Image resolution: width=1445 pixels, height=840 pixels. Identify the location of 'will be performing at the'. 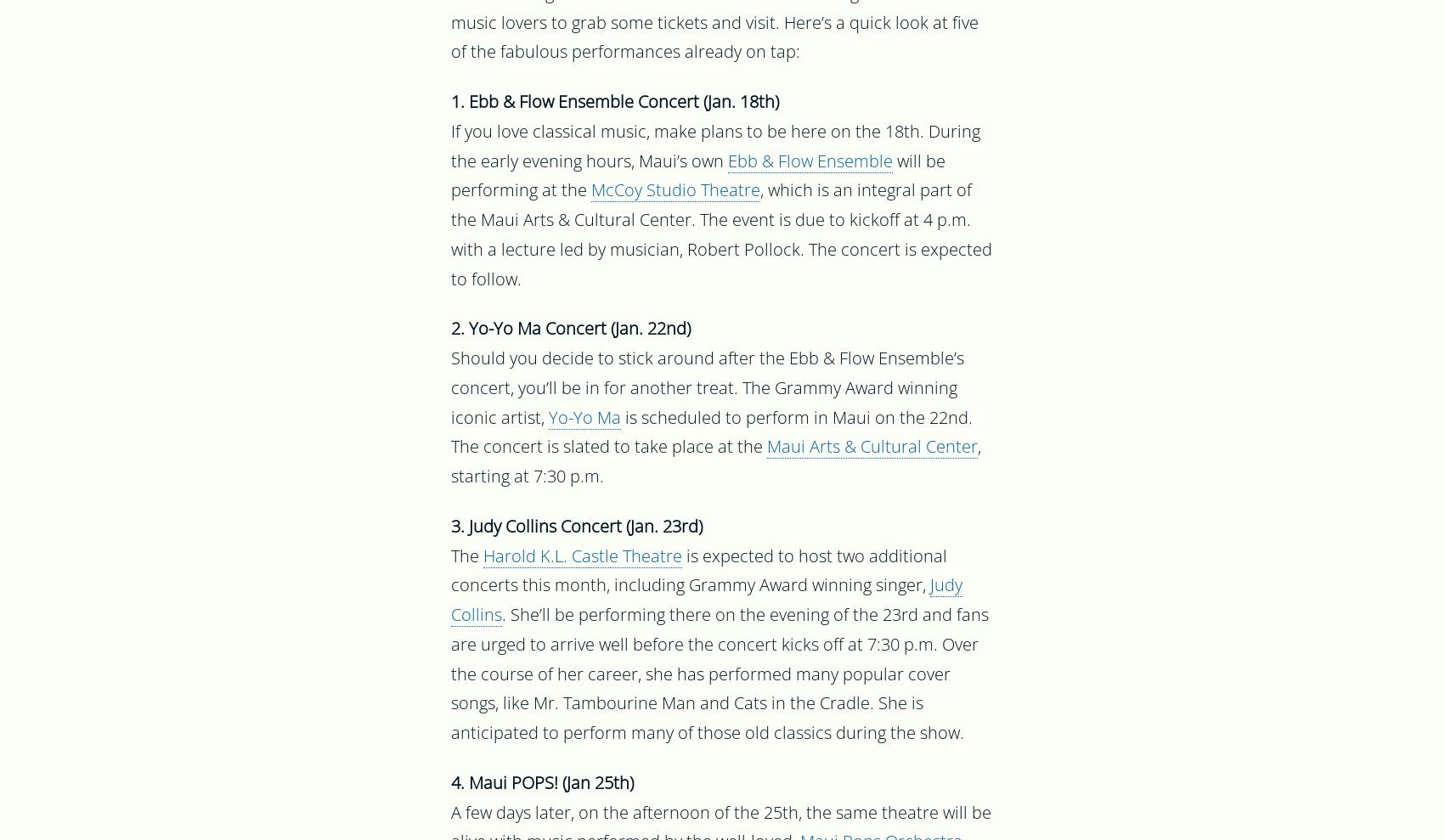
(697, 178).